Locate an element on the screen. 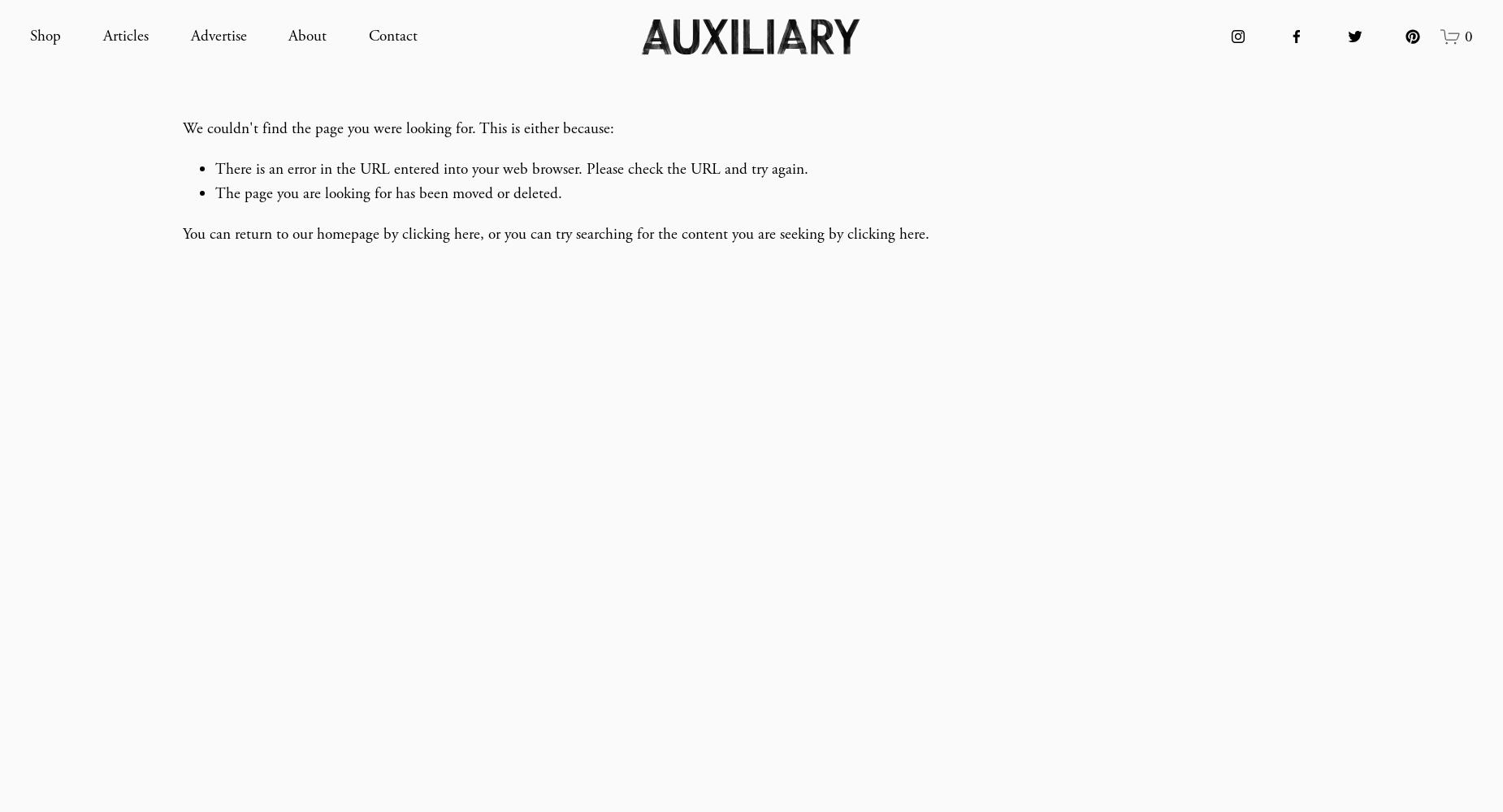 This screenshot has height=812, width=1503. 'The page you are looking for has been moved or deleted.' is located at coordinates (388, 192).